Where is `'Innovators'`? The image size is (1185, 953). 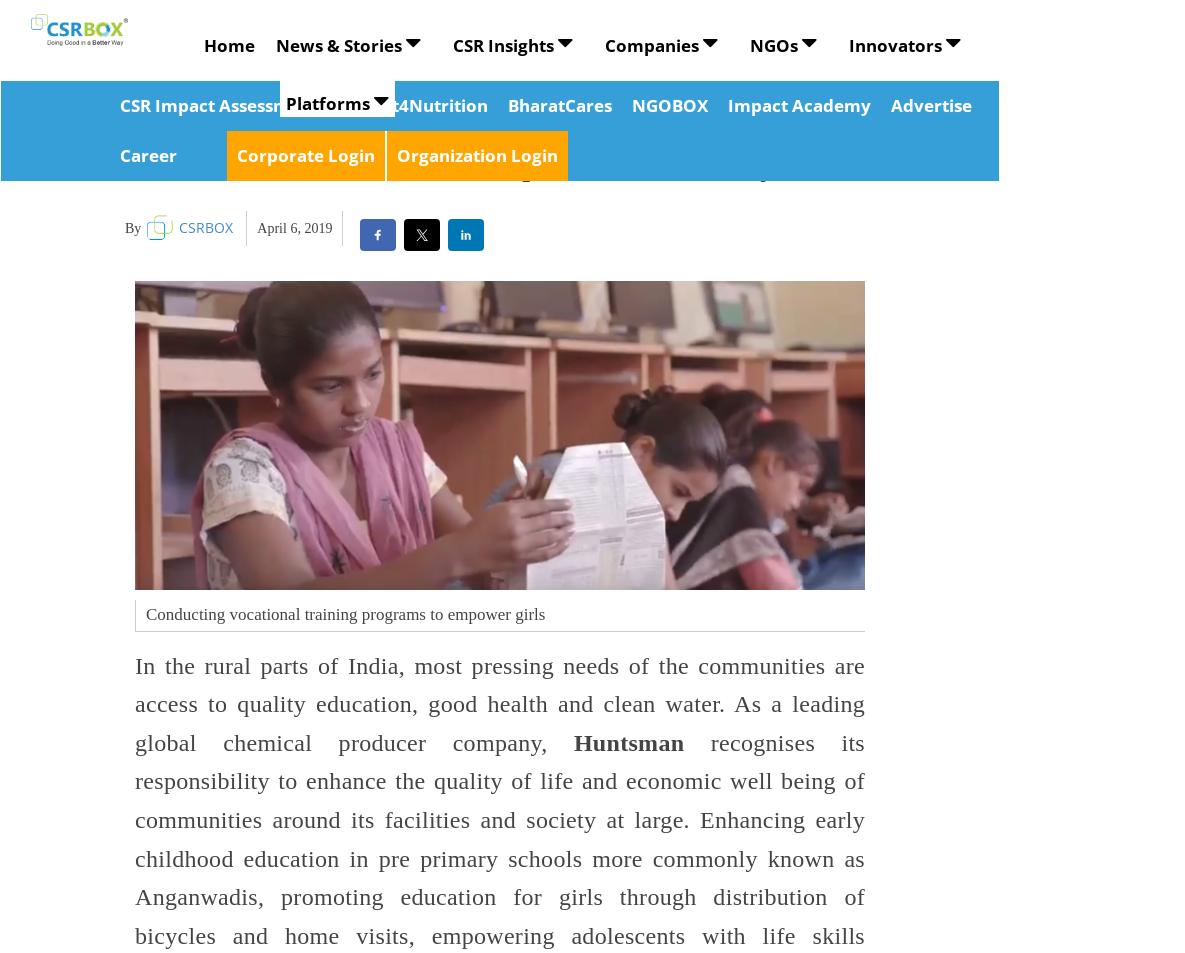
'Innovators' is located at coordinates (896, 44).